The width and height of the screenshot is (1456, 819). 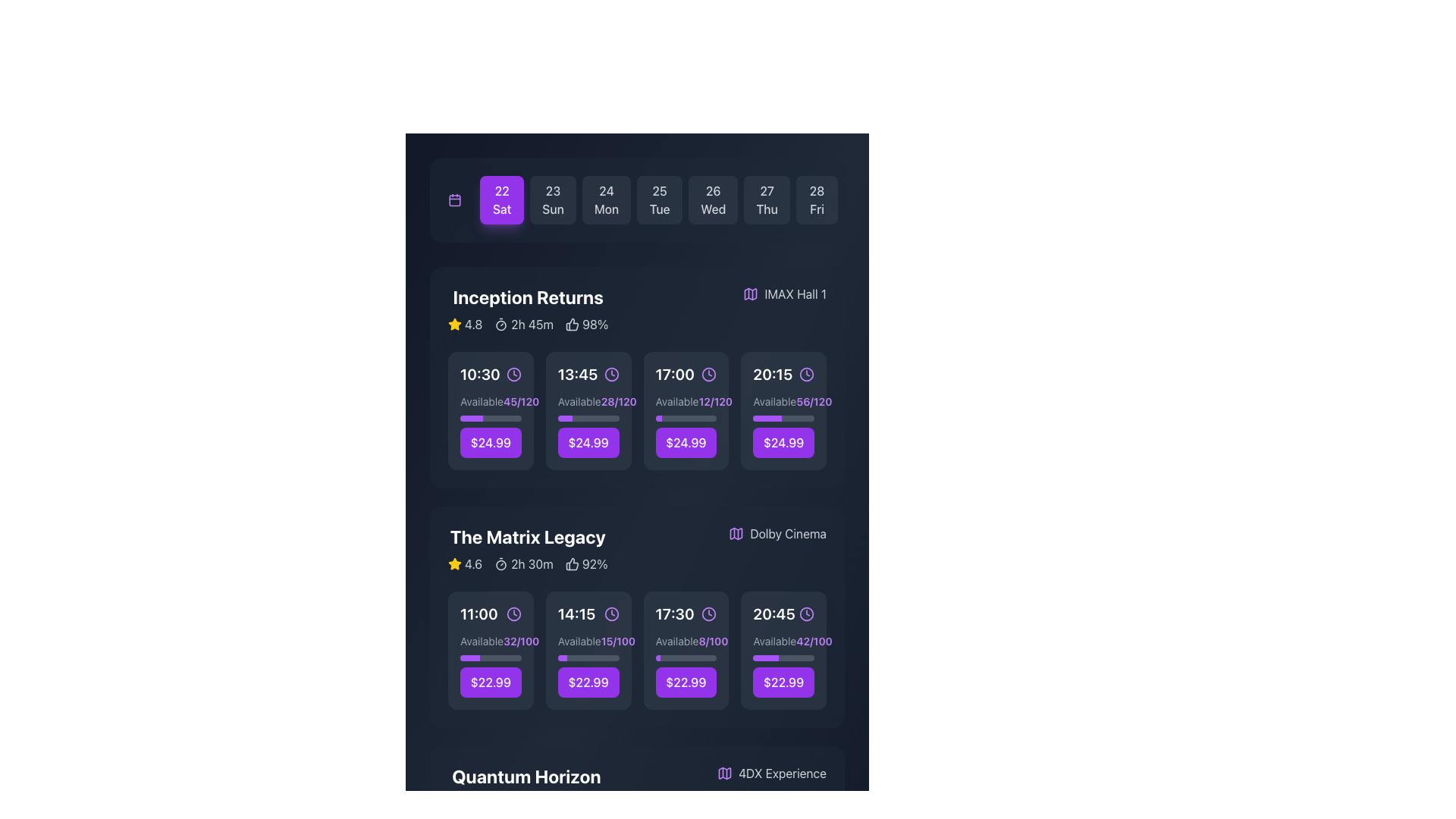 I want to click on the price area ('$22.99') of the seating availability component for 'The Matrix Legacy' movie session to initiate ticket selection, so click(x=588, y=665).